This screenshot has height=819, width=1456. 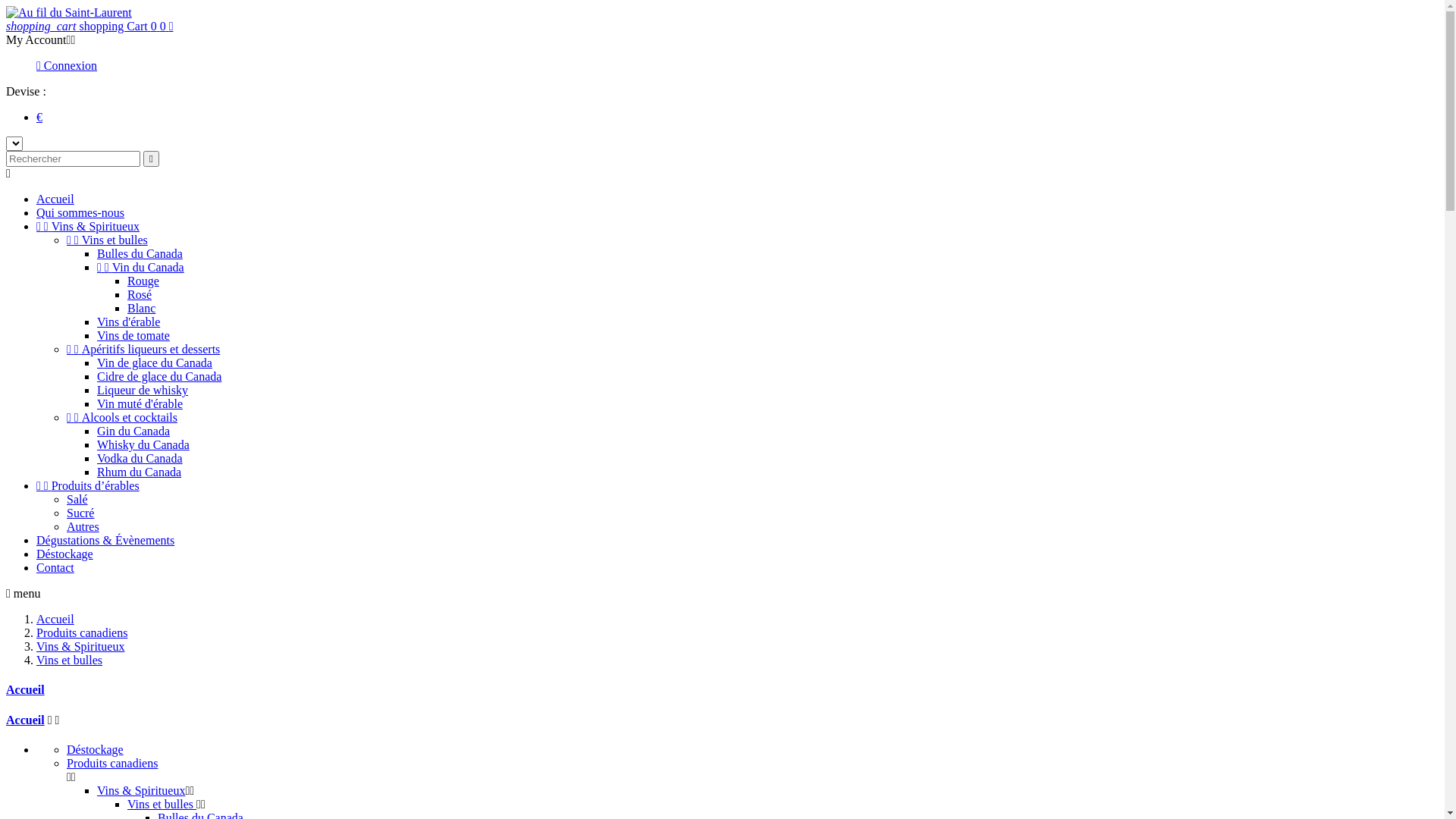 What do you see at coordinates (133, 431) in the screenshot?
I see `'Gin du Canada'` at bounding box center [133, 431].